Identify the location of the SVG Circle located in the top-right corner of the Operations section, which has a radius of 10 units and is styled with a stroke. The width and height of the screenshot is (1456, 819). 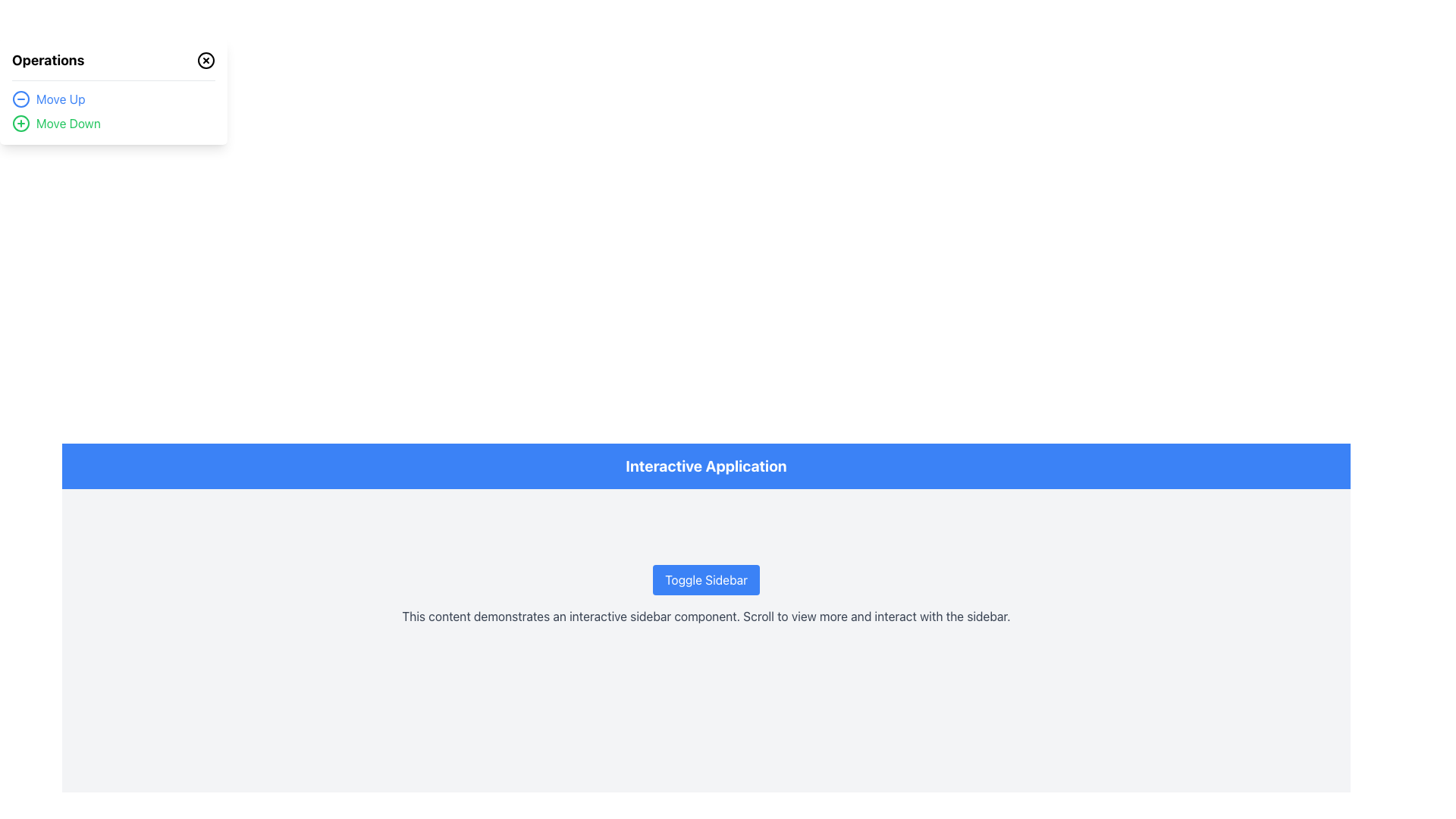
(206, 60).